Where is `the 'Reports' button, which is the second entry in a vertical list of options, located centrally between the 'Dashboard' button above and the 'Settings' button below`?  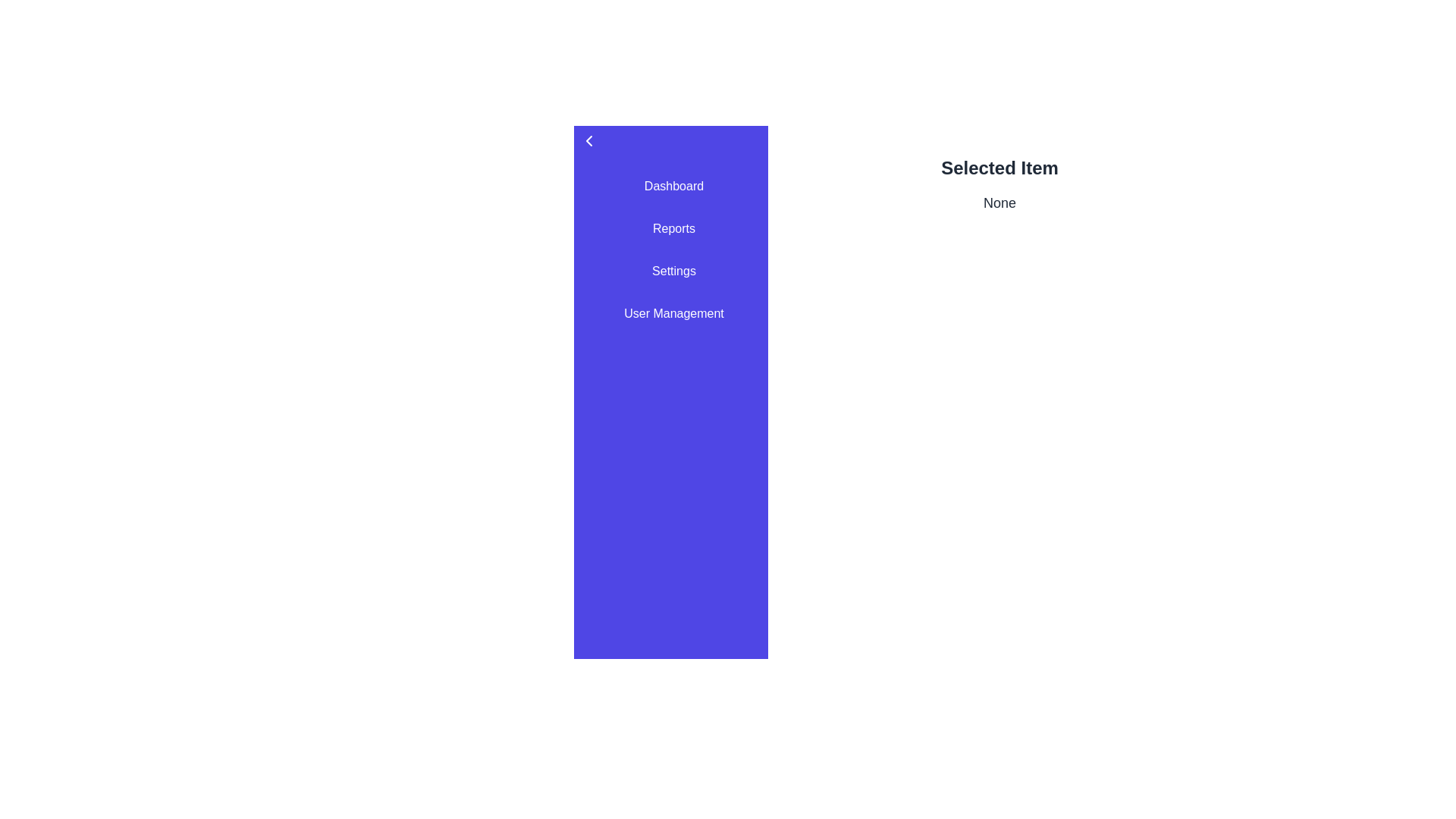 the 'Reports' button, which is the second entry in a vertical list of options, located centrally between the 'Dashboard' button above and the 'Settings' button below is located at coordinates (673, 228).